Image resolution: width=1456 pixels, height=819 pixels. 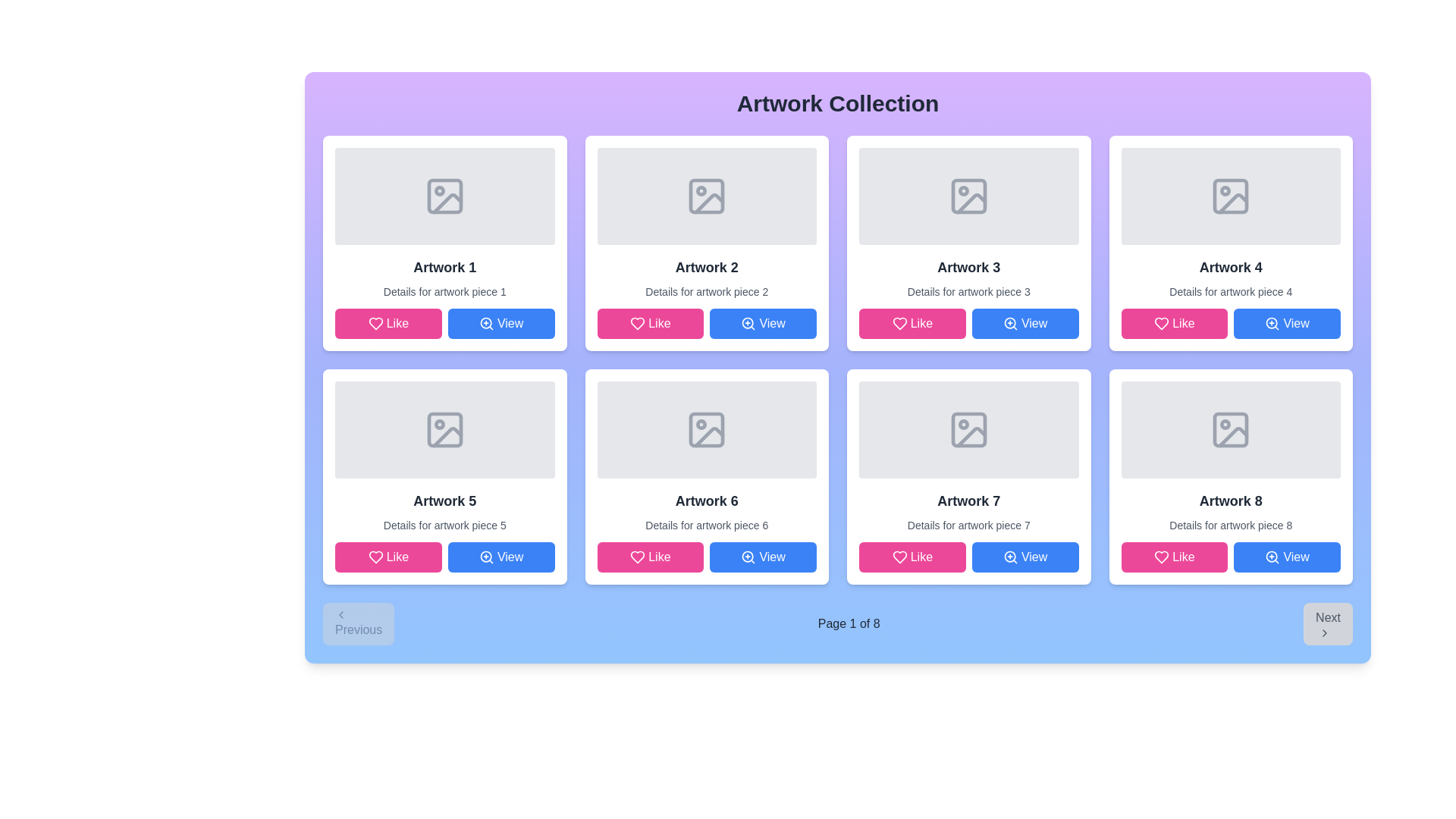 I want to click on the button associated with 'Artwork 4' to change its appearance, so click(x=1286, y=323).